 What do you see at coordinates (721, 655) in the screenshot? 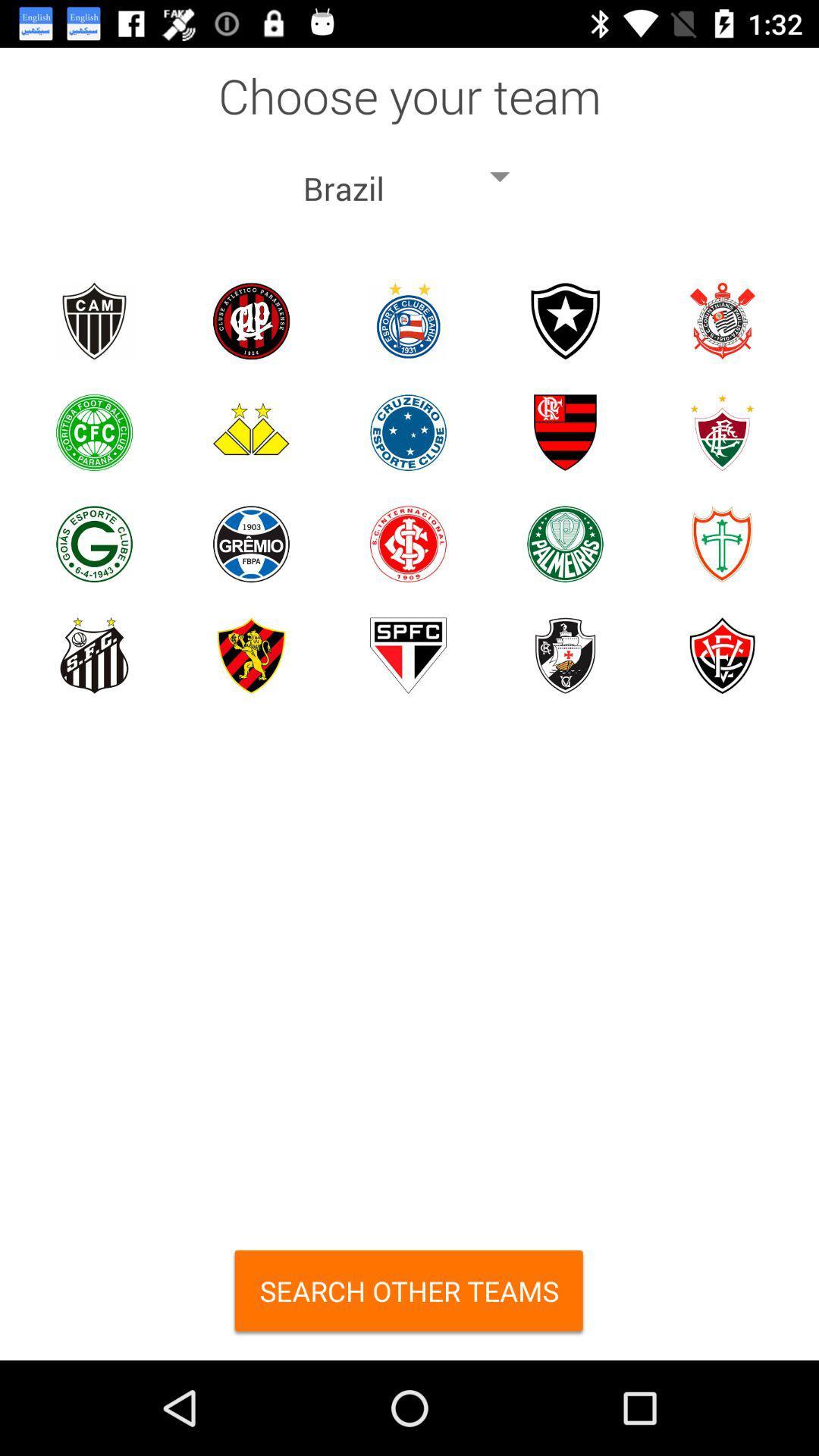
I see `team selection` at bounding box center [721, 655].